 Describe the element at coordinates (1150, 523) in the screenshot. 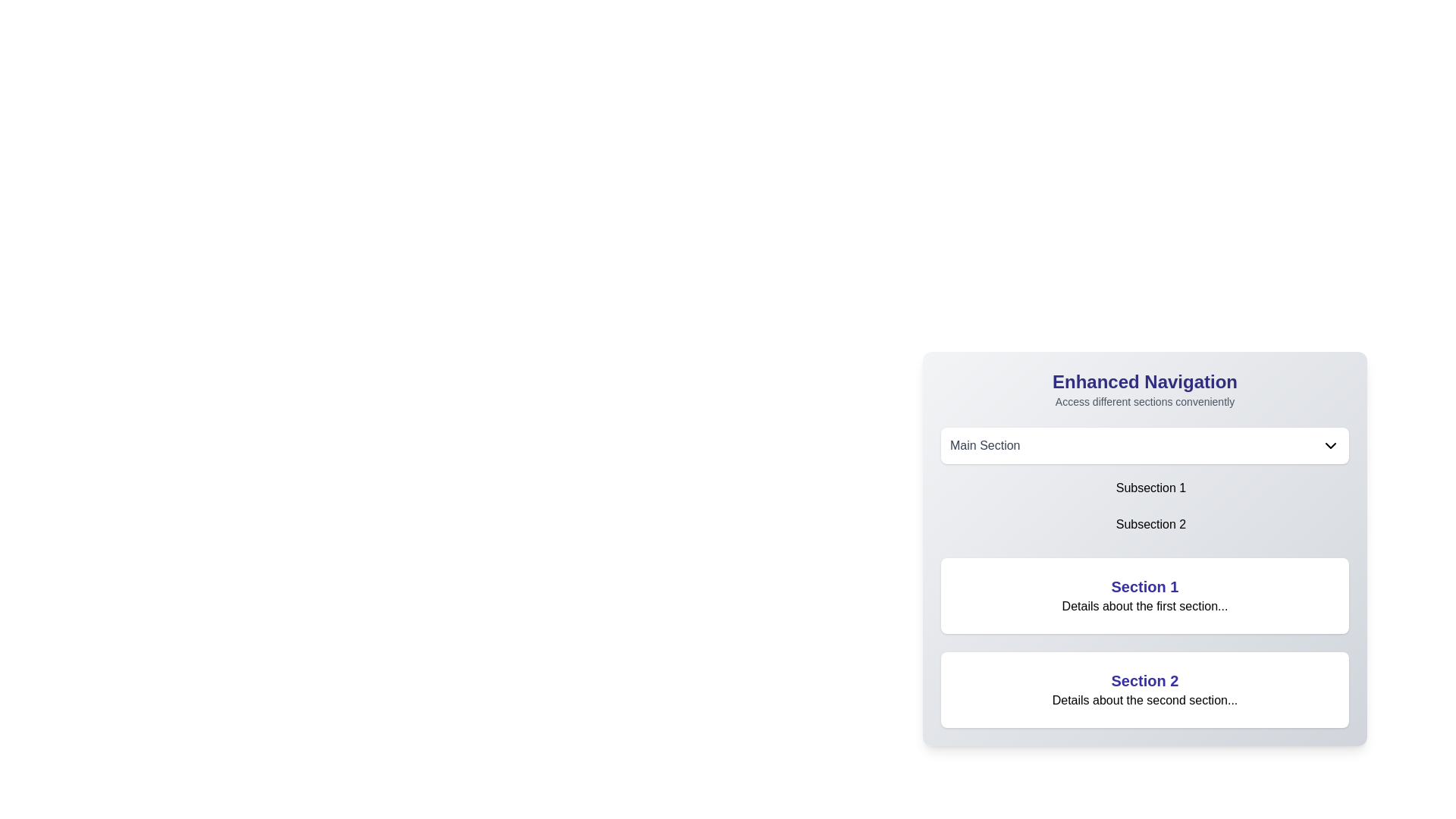

I see `the subsection link/button for 'Subsection 2' located directly below 'Subsection 1'` at that location.